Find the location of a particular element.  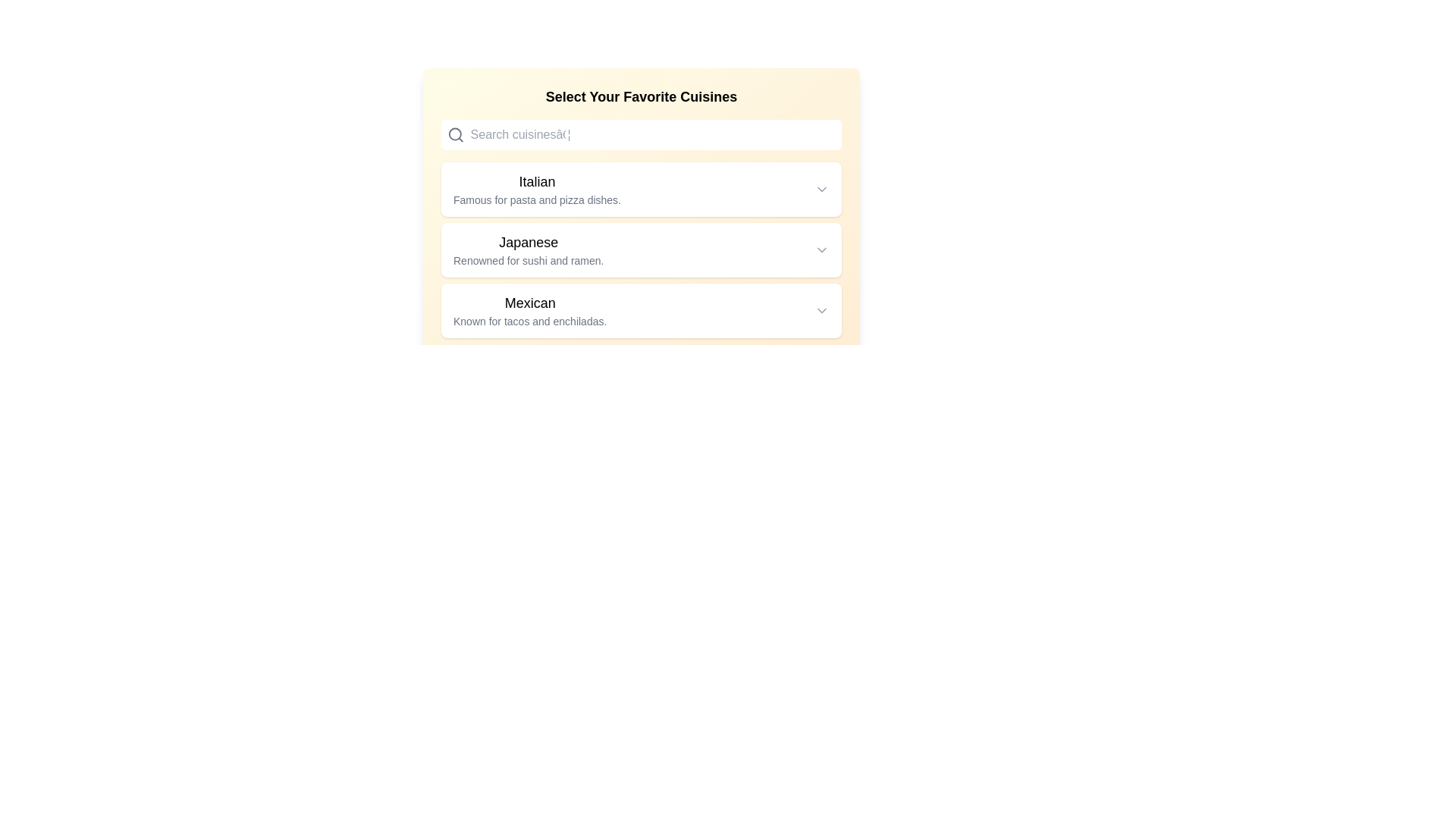

descriptive text element 'Renowned for sushi and ramen.' located directly beneath the 'Japanese' category heading is located at coordinates (529, 259).